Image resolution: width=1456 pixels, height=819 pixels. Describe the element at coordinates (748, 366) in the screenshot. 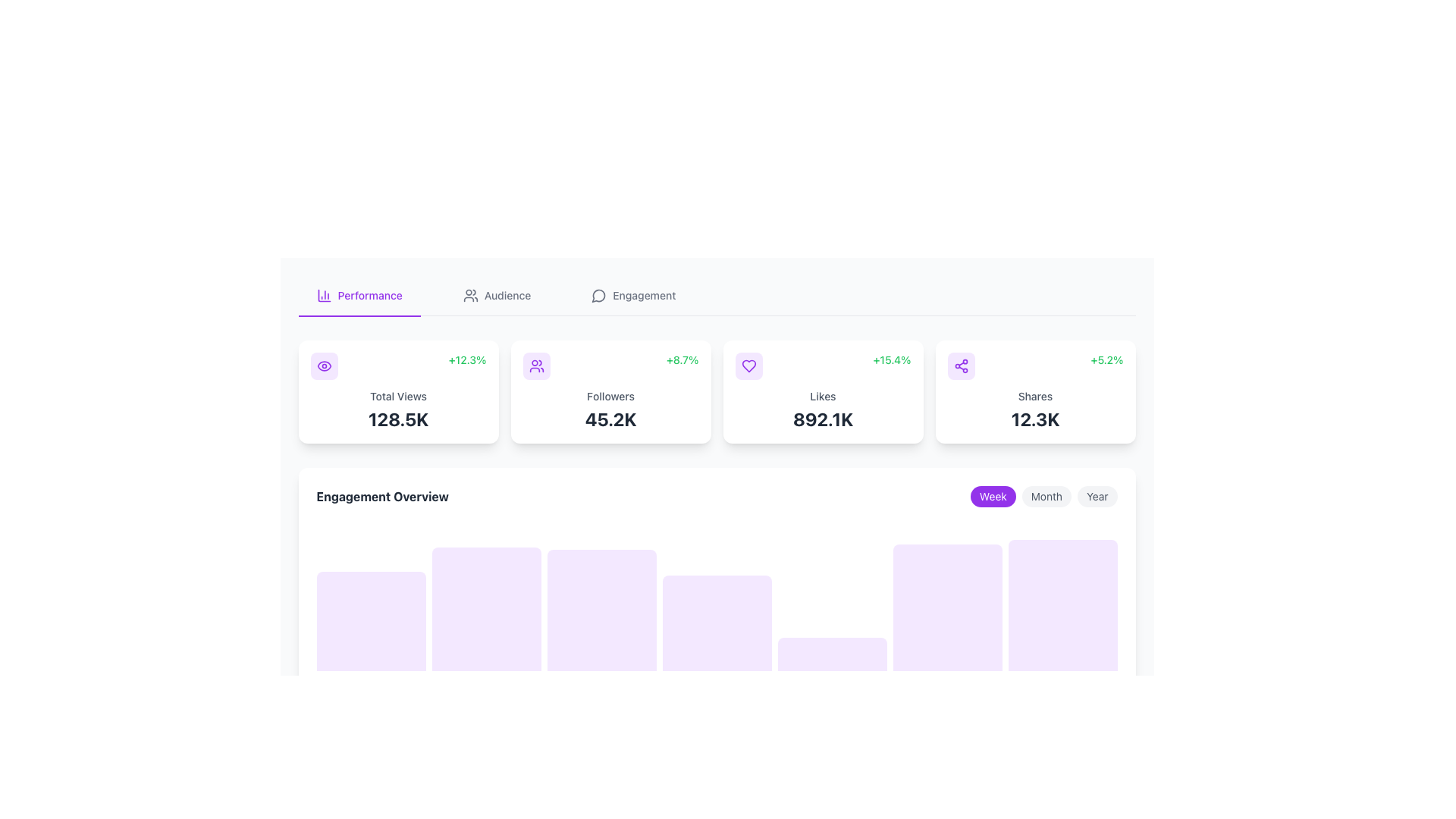

I see `the heart icon representing the 'like' feature located in the third metric card from the left on the dashboard` at that location.